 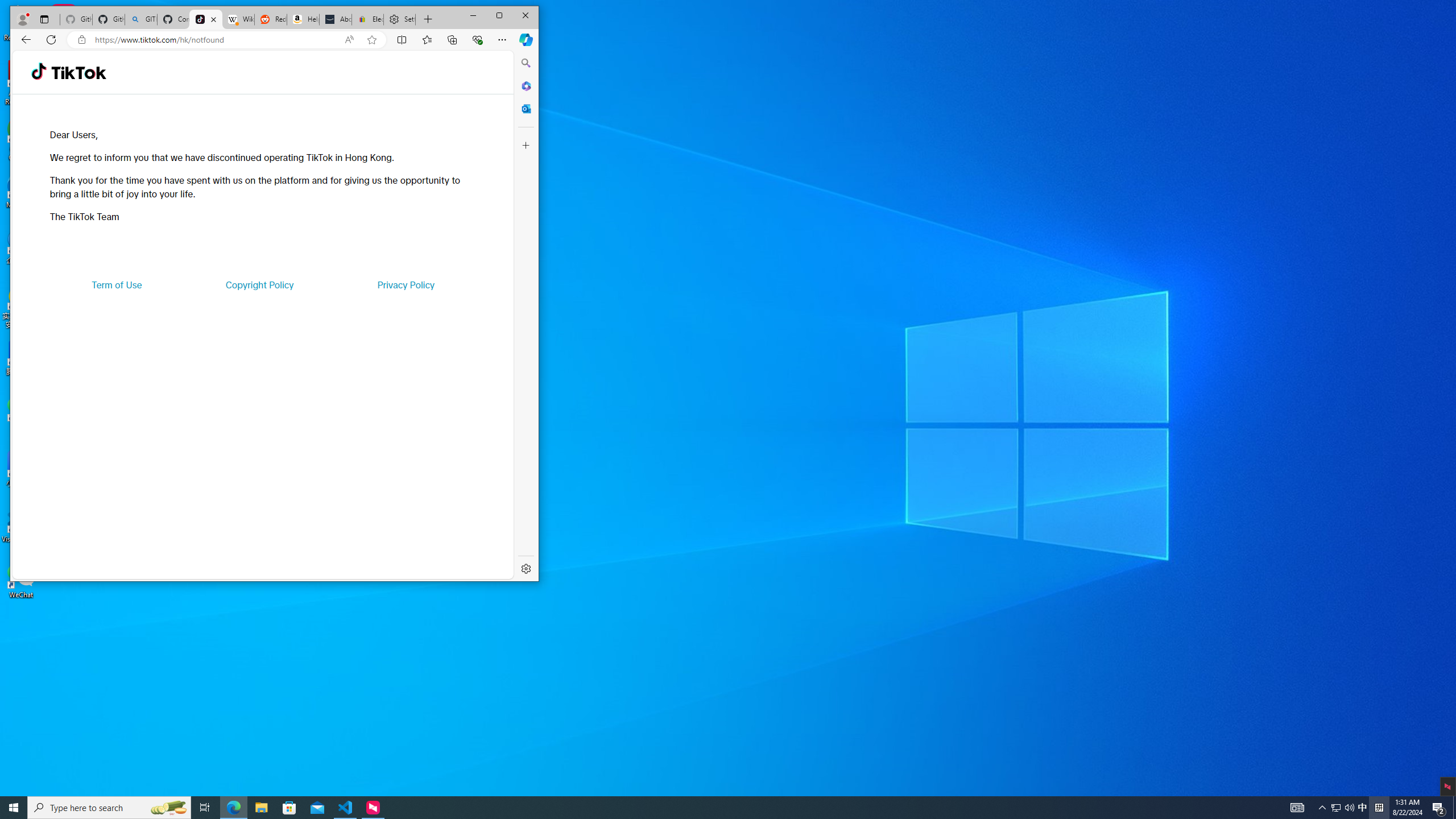 I want to click on 'Reddit - Dive into anything', so click(x=269, y=19).